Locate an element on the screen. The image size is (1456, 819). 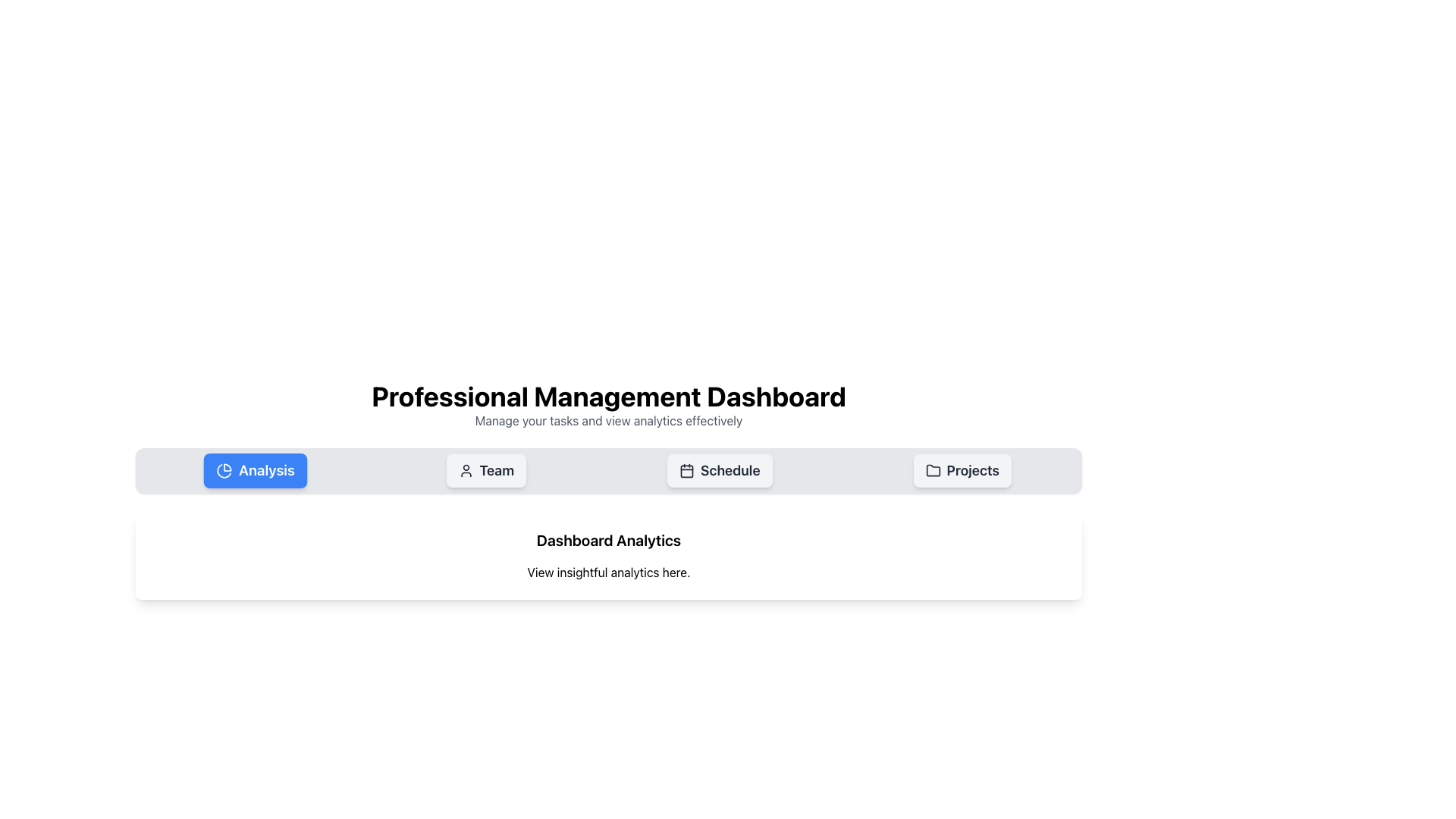
the 'Analysis' button with a blue background and white text is located at coordinates (256, 470).